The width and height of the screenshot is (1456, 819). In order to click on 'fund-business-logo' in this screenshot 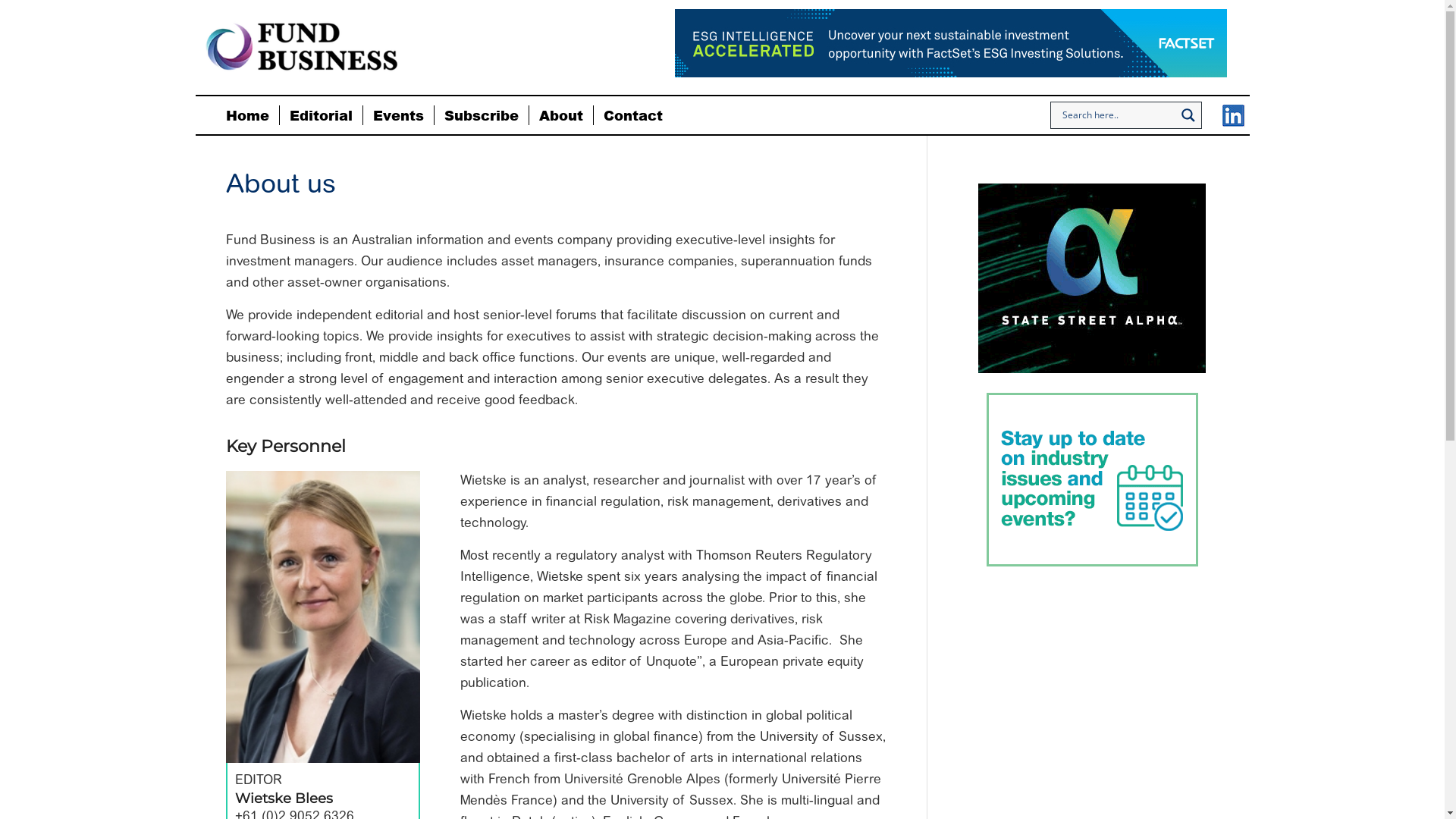, I will do `click(302, 46)`.